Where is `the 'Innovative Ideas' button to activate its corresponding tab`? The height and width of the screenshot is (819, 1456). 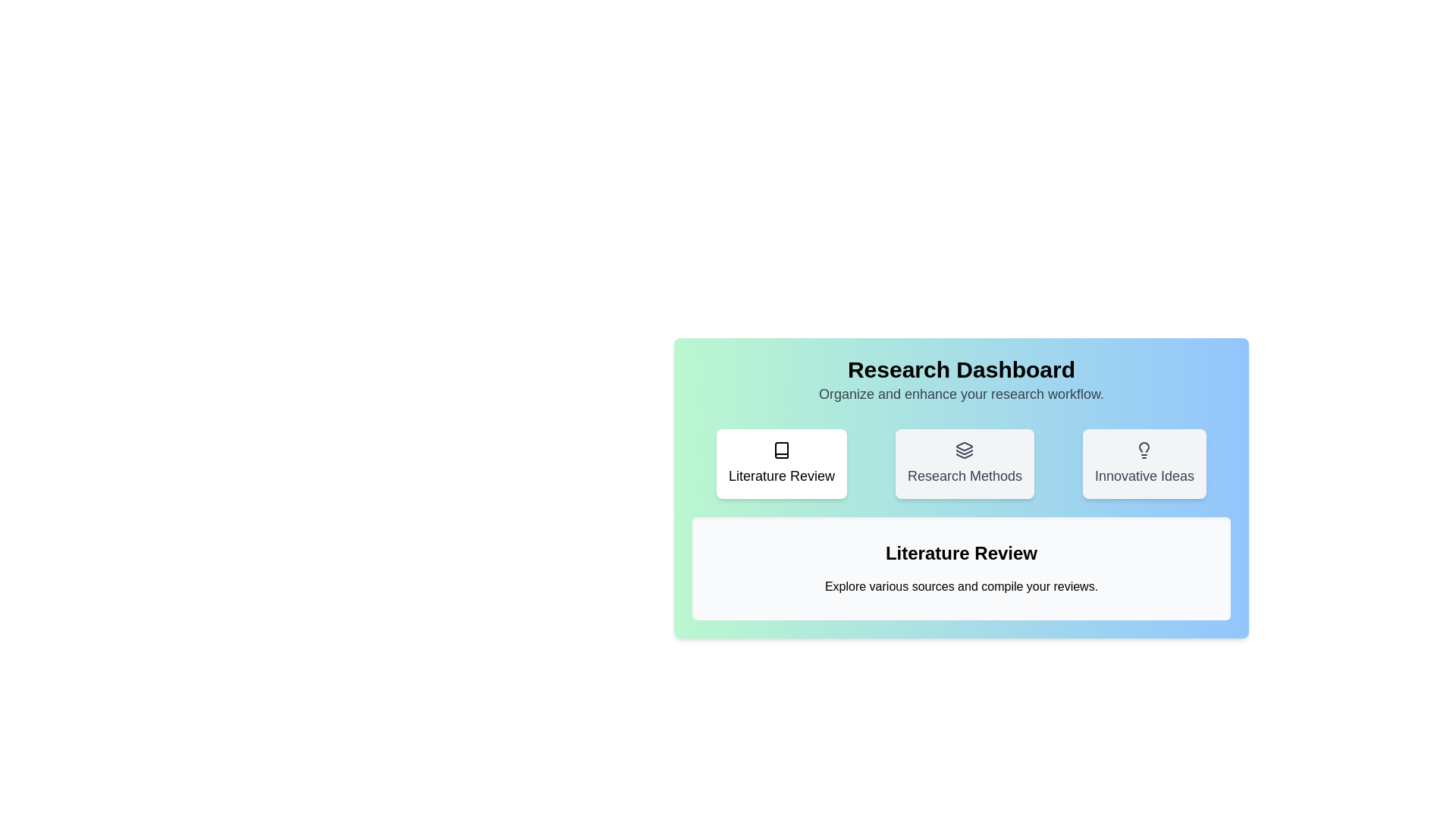 the 'Innovative Ideas' button to activate its corresponding tab is located at coordinates (1144, 463).